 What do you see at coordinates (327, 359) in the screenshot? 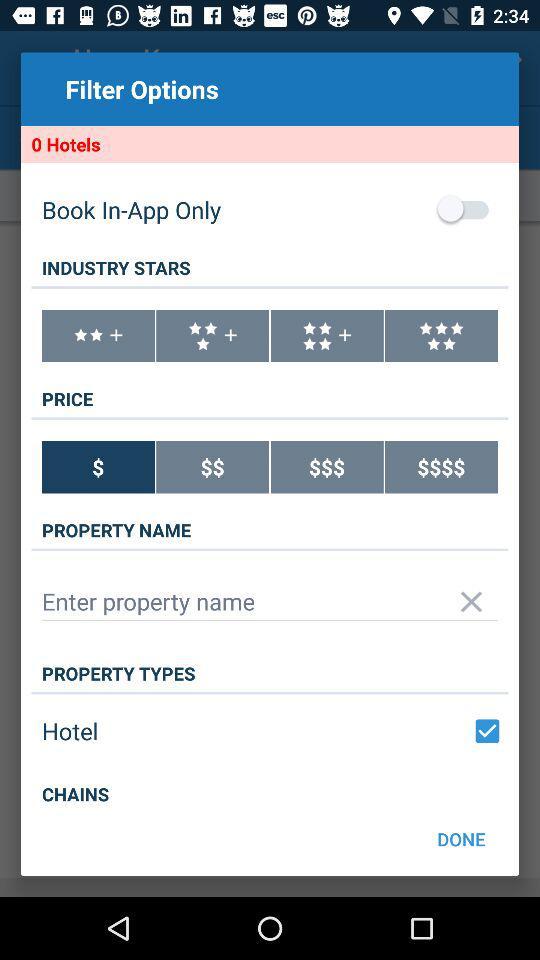
I see `the sliders icon` at bounding box center [327, 359].